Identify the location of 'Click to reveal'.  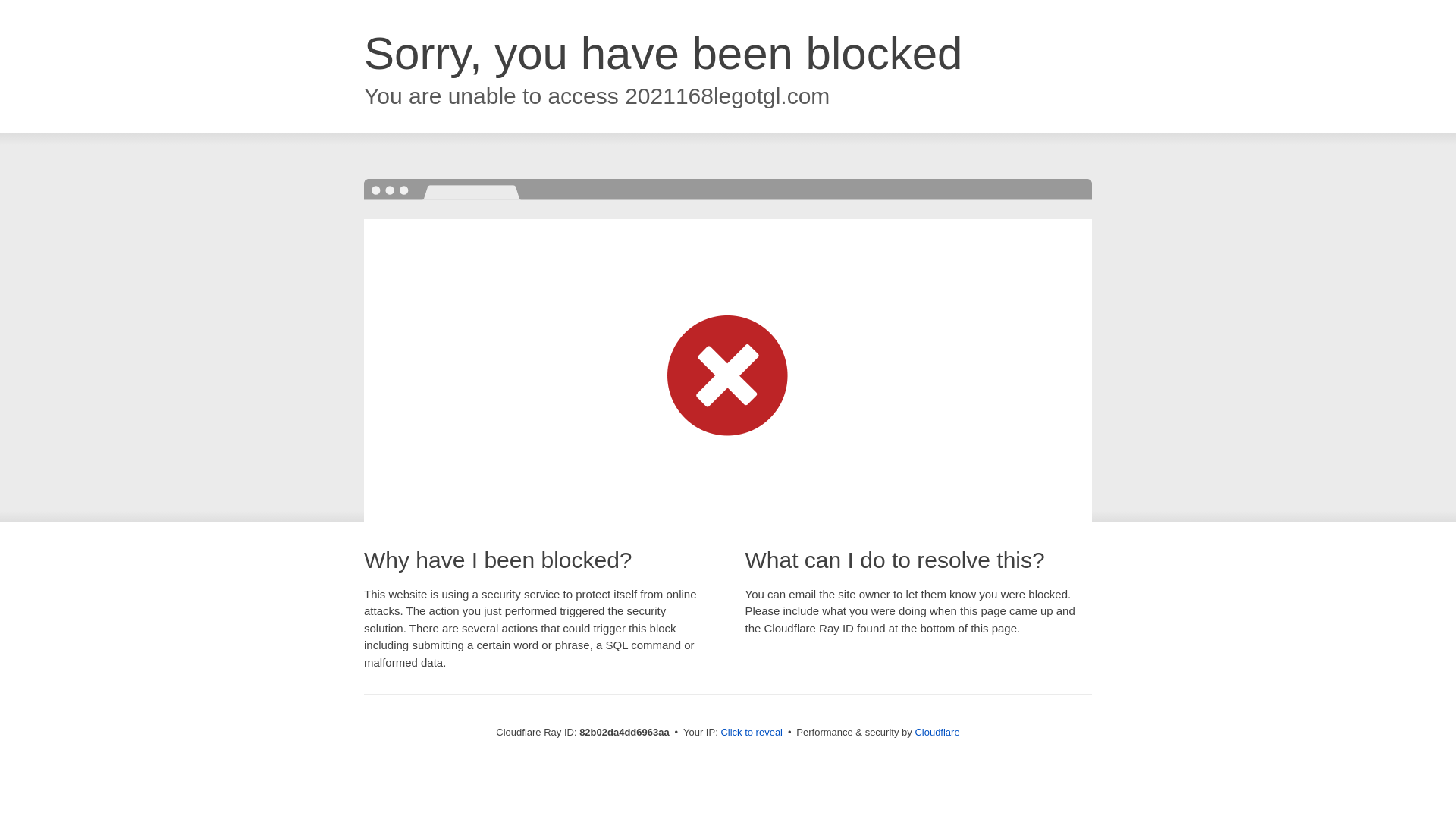
(751, 731).